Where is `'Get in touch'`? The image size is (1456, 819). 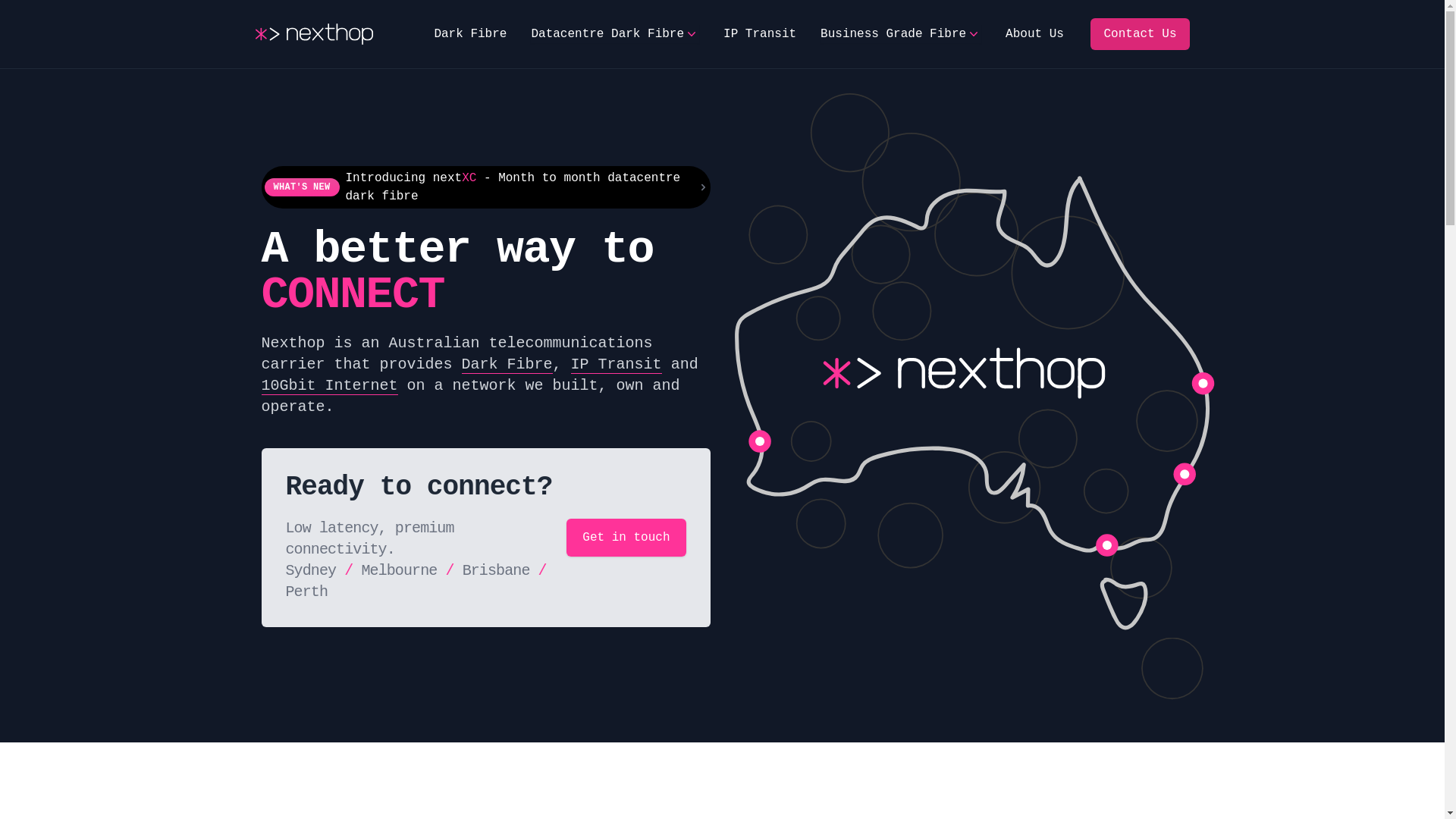 'Get in touch' is located at coordinates (626, 537).